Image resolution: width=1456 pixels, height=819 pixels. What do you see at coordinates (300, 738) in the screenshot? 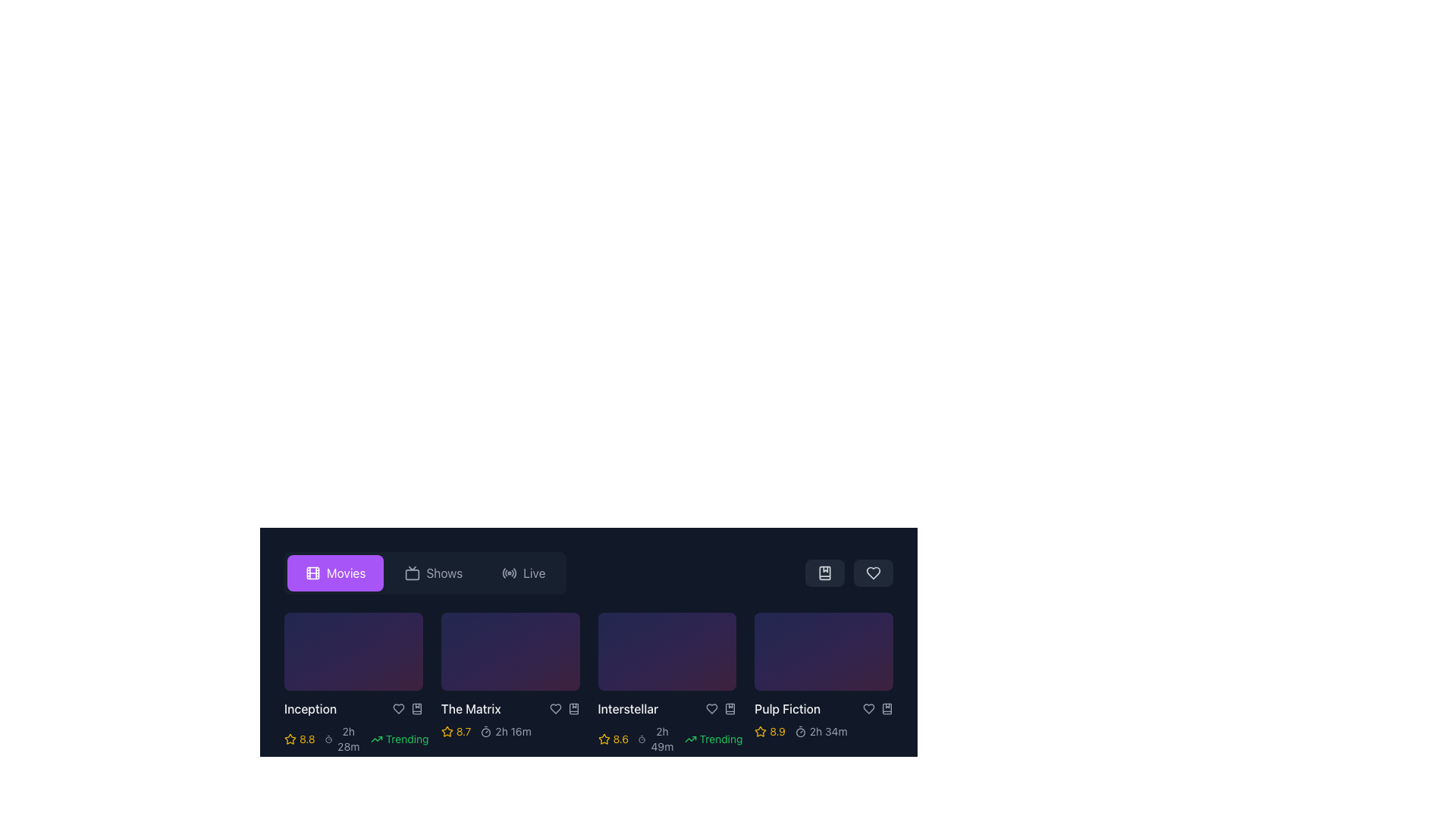
I see `the icon displaying the text '8.8' with a yellow star icon, located at the bottom-left of the first card in the grid` at bounding box center [300, 738].